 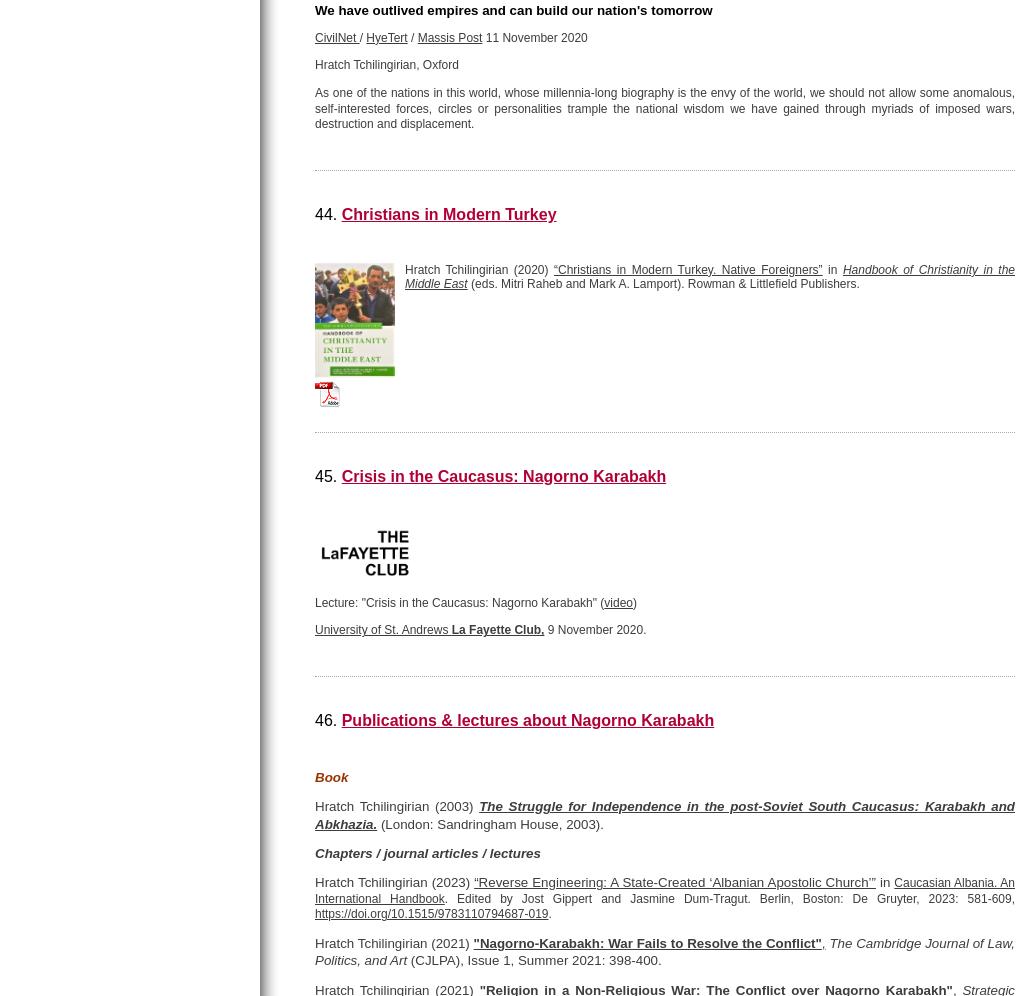 I want to click on 'Hratch Tchilingirian, Oxford', so click(x=386, y=64).